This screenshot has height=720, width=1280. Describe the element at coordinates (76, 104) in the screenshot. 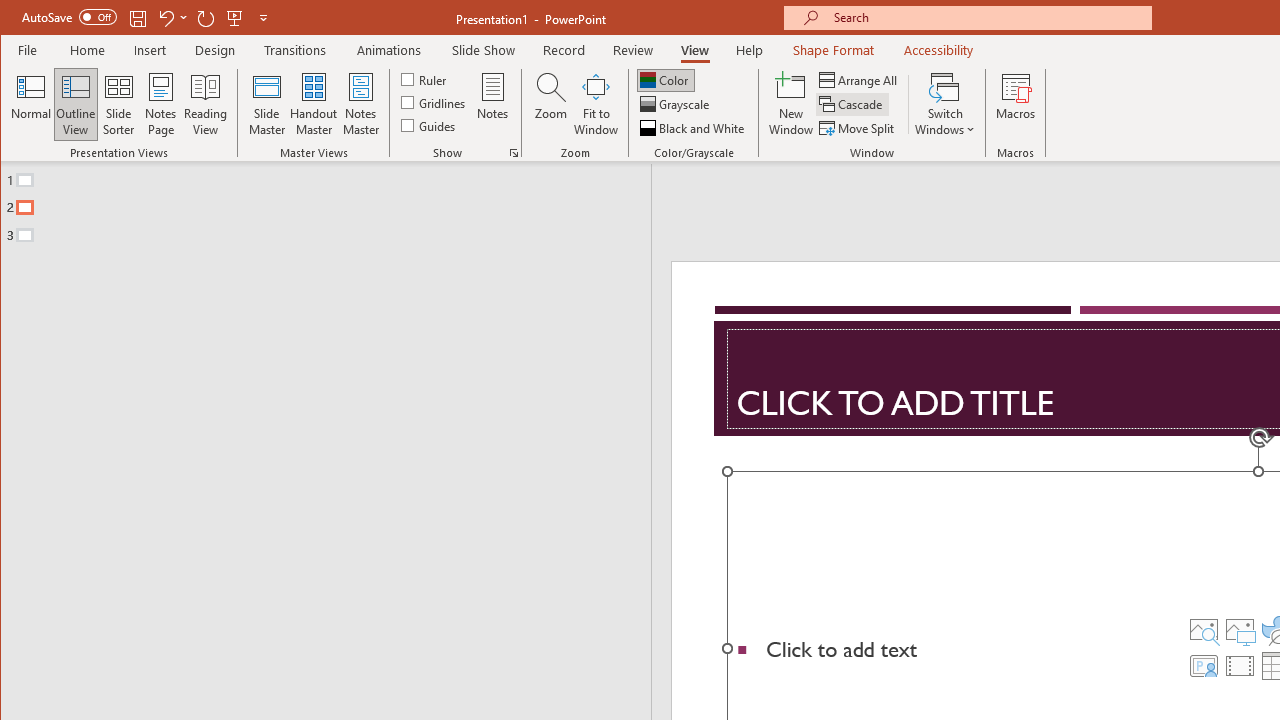

I see `'Outline View'` at that location.